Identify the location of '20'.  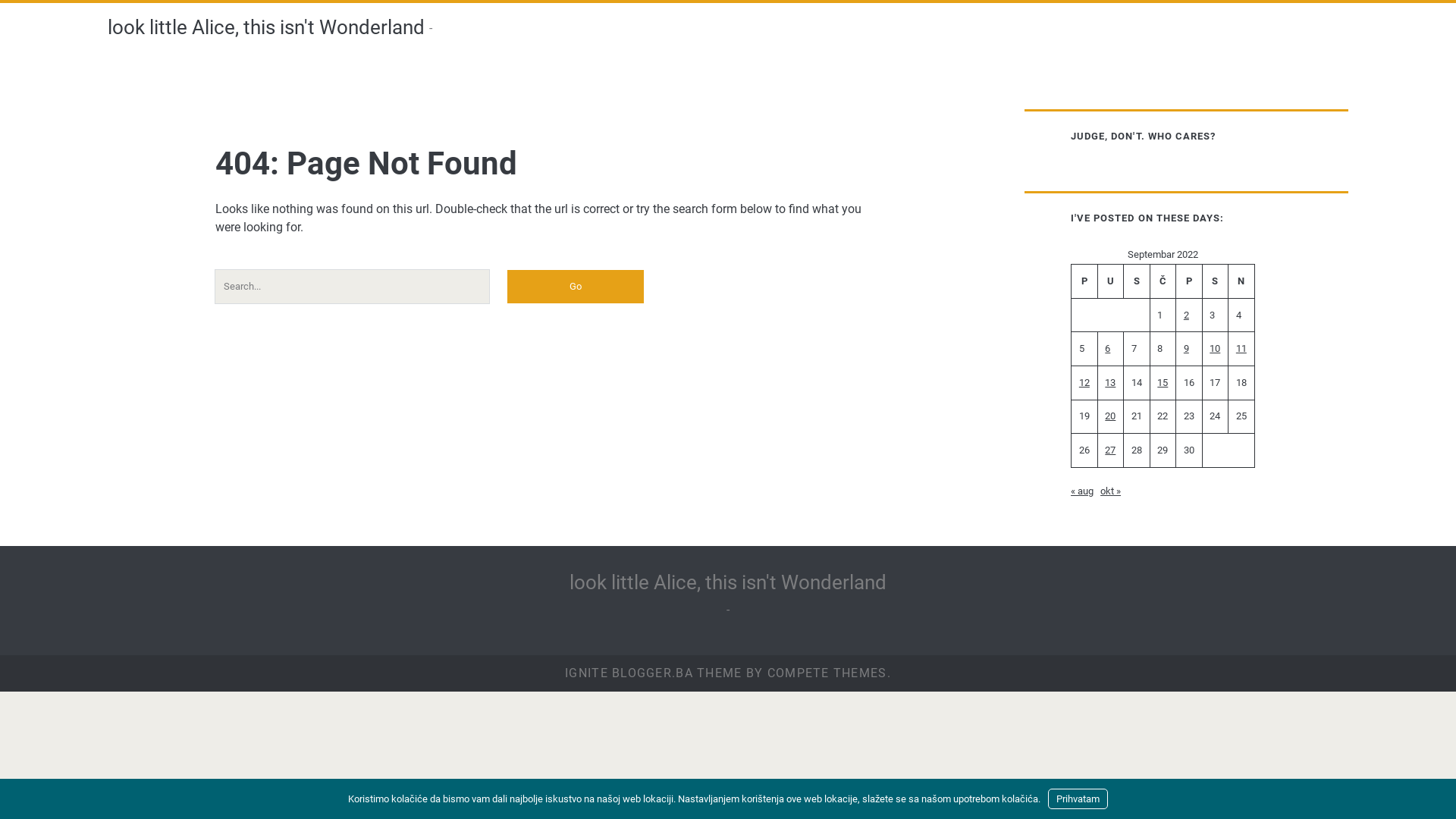
(1110, 416).